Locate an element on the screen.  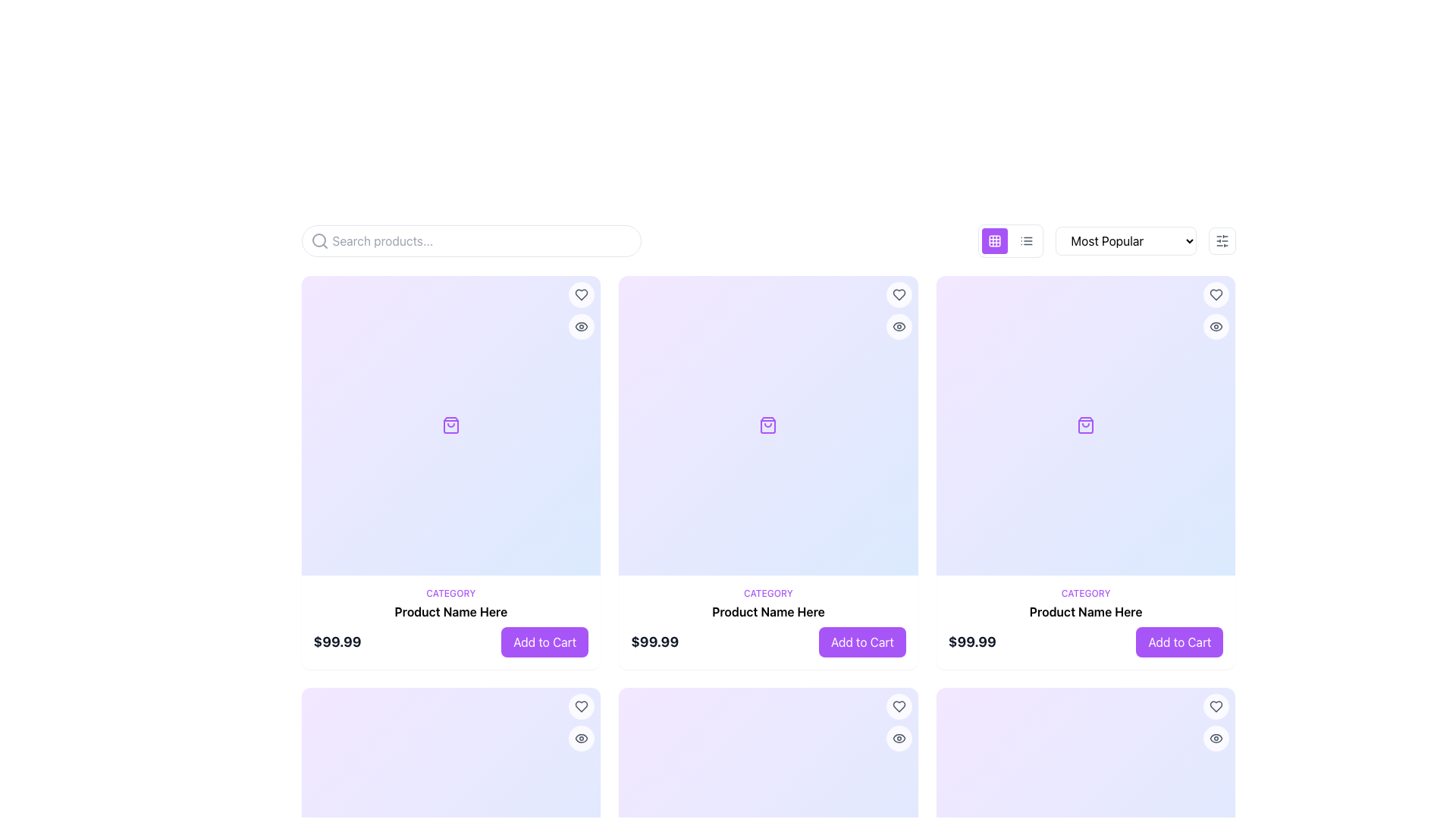
the heart-shaped icon outlined in dark color within the light circular button located at the top-right corner of the second product card in the second row is located at coordinates (899, 295).